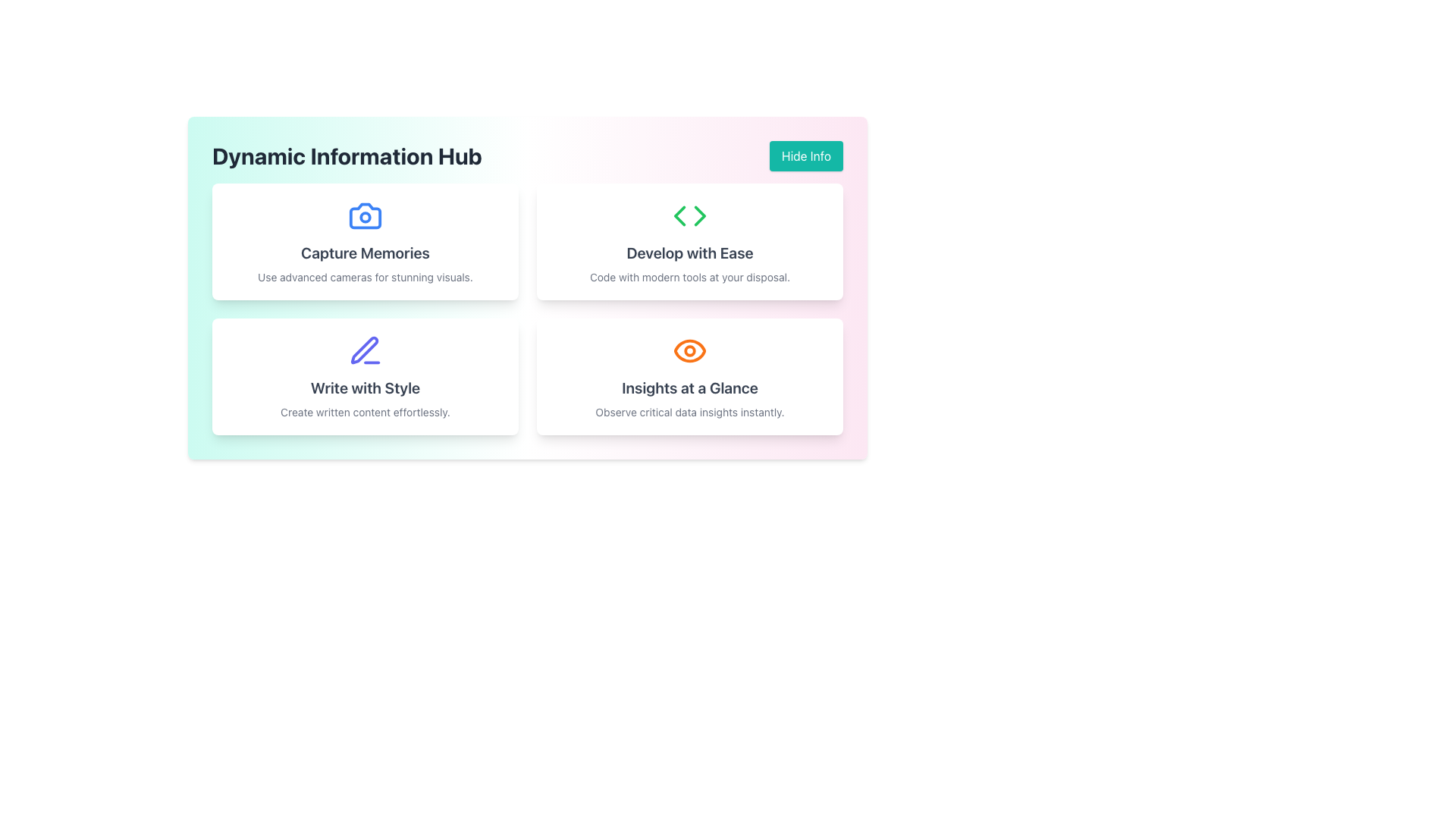 Image resolution: width=1456 pixels, height=819 pixels. Describe the element at coordinates (365, 216) in the screenshot. I see `the blue camera icon located in the upper-left card of the four-card grid, which is centered above the 'Capture Memories' text` at that location.